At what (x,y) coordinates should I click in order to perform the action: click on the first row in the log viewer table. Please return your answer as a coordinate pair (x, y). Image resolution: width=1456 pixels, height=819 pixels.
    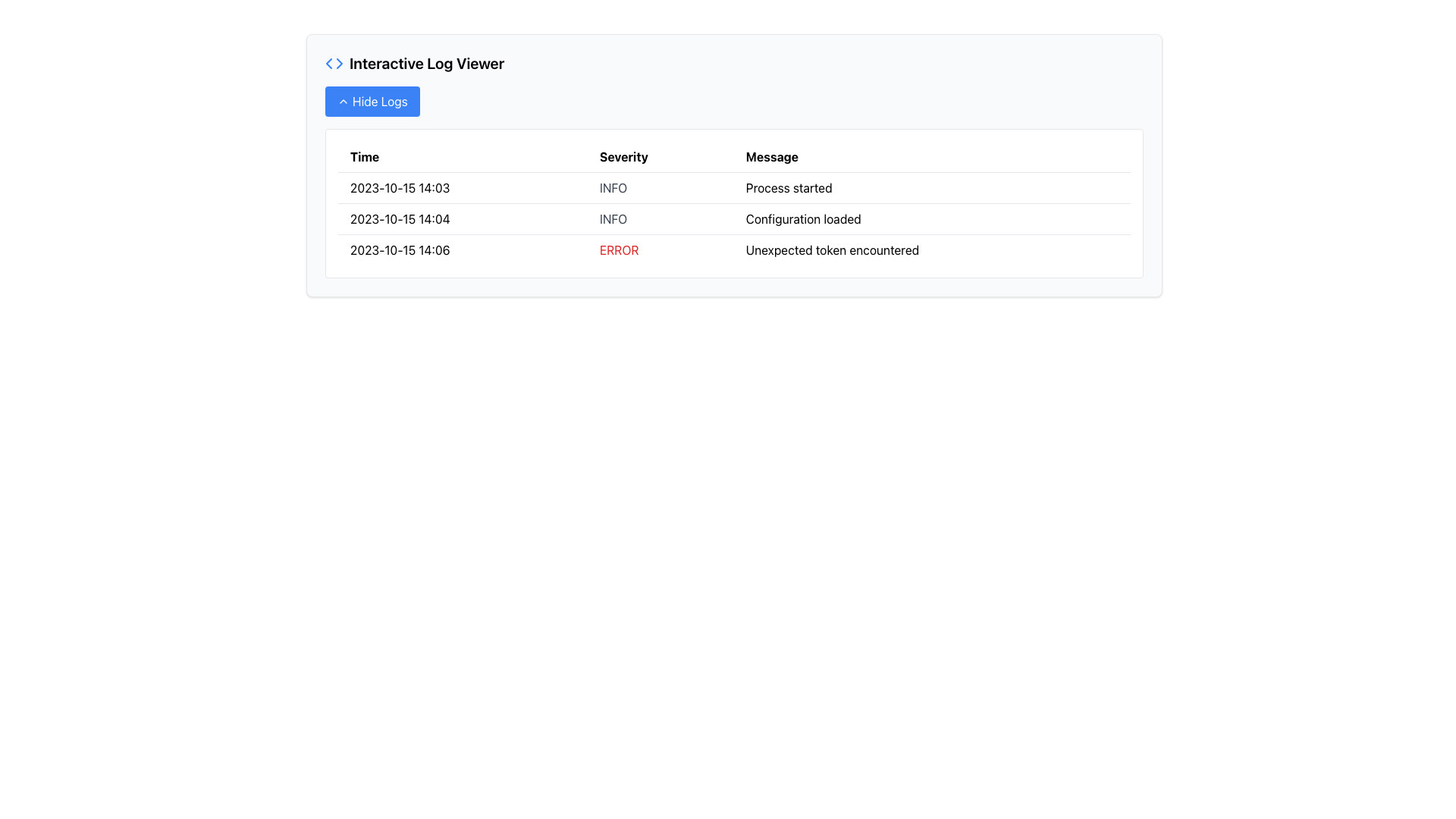
    Looking at the image, I should click on (734, 187).